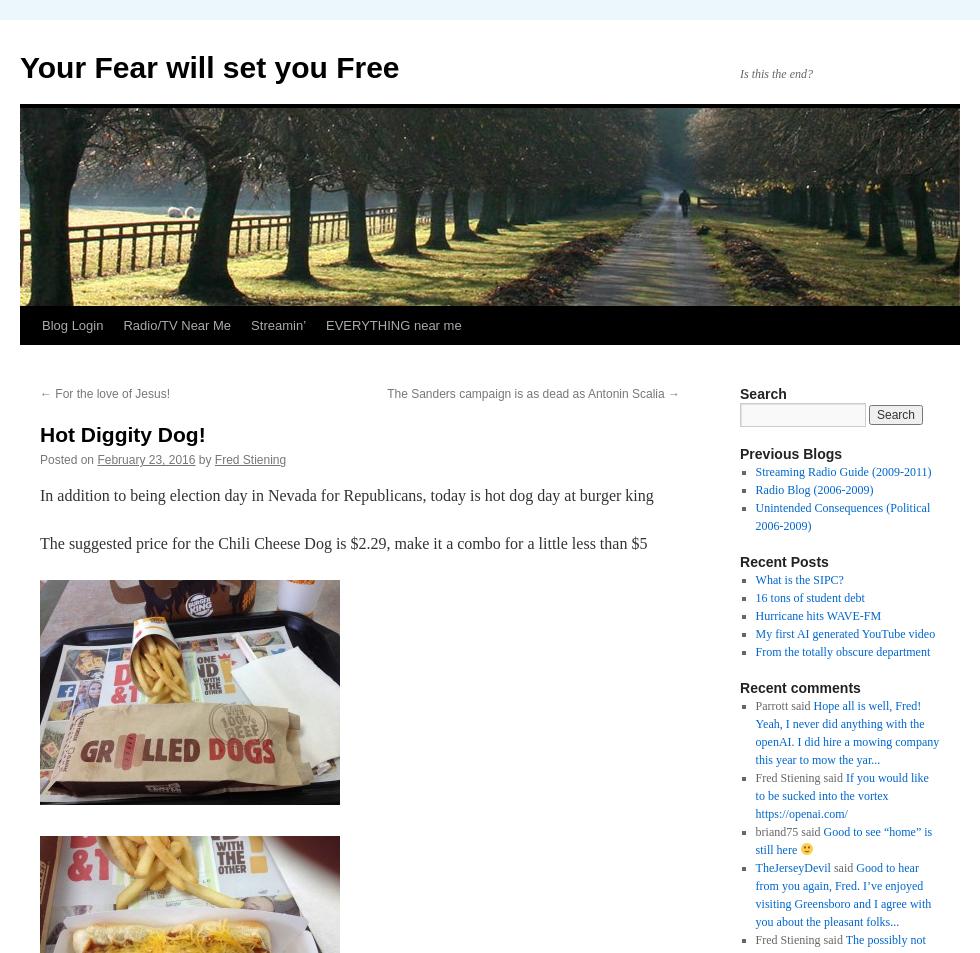 Image resolution: width=980 pixels, height=953 pixels. What do you see at coordinates (809, 598) in the screenshot?
I see `'16 tons of student debt'` at bounding box center [809, 598].